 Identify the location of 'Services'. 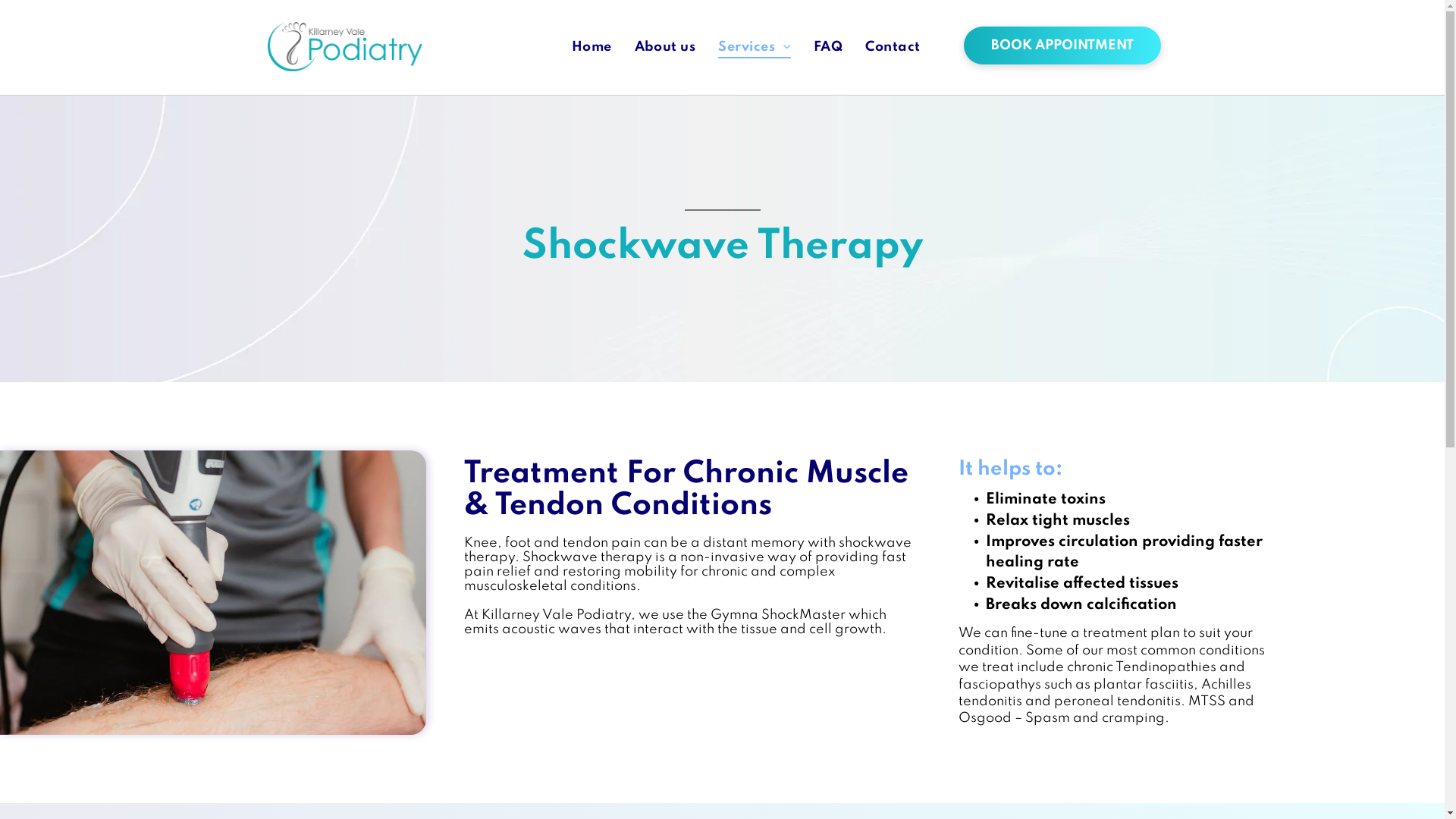
(754, 46).